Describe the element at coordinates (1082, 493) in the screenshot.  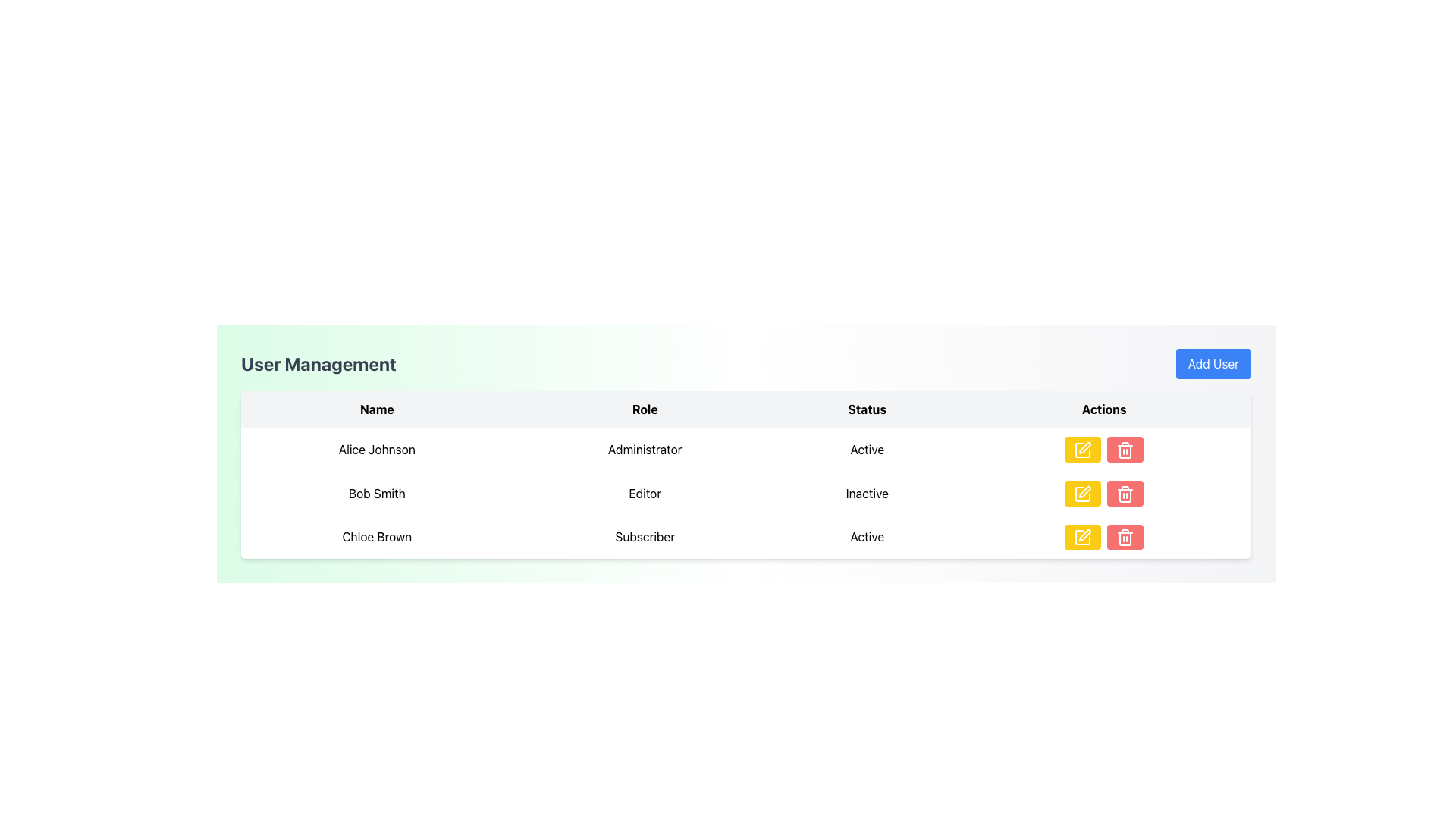
I see `the yellow rounded button with a pencil icon located in the 'Actions' column, specifically the second button for 'Bob Smith'` at that location.